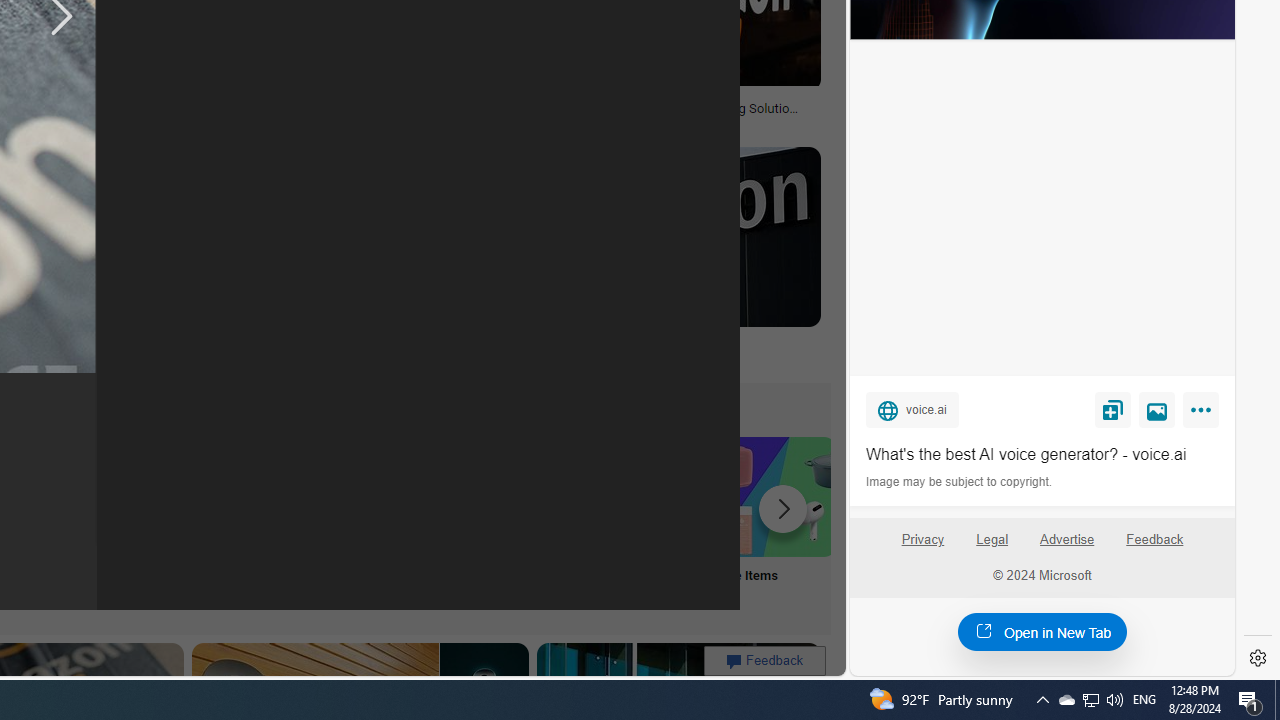  What do you see at coordinates (1041, 631) in the screenshot?
I see `'Open in New Tab'` at bounding box center [1041, 631].